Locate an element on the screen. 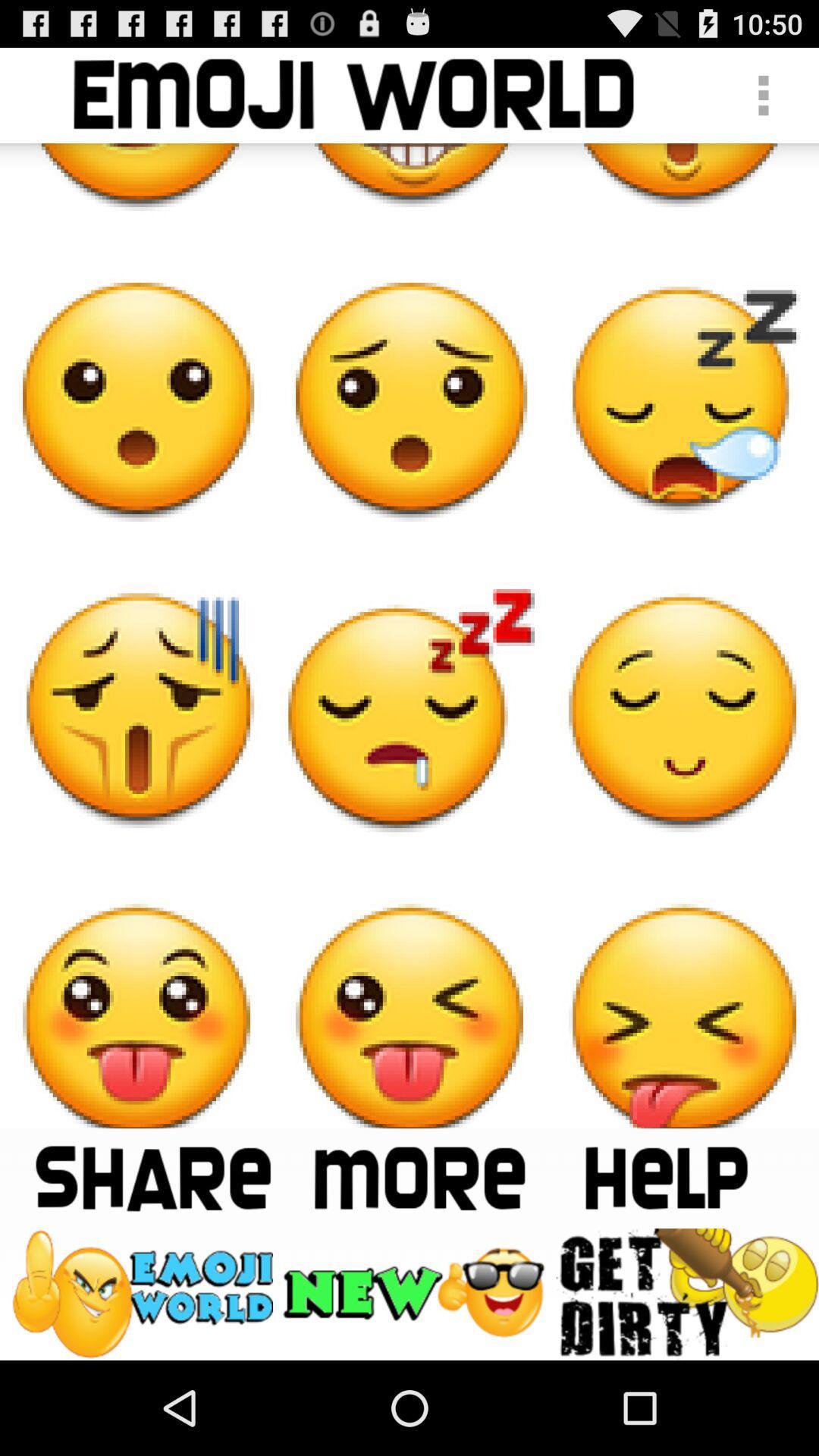 This screenshot has height=1456, width=819. the get dirty emoji is located at coordinates (687, 1293).